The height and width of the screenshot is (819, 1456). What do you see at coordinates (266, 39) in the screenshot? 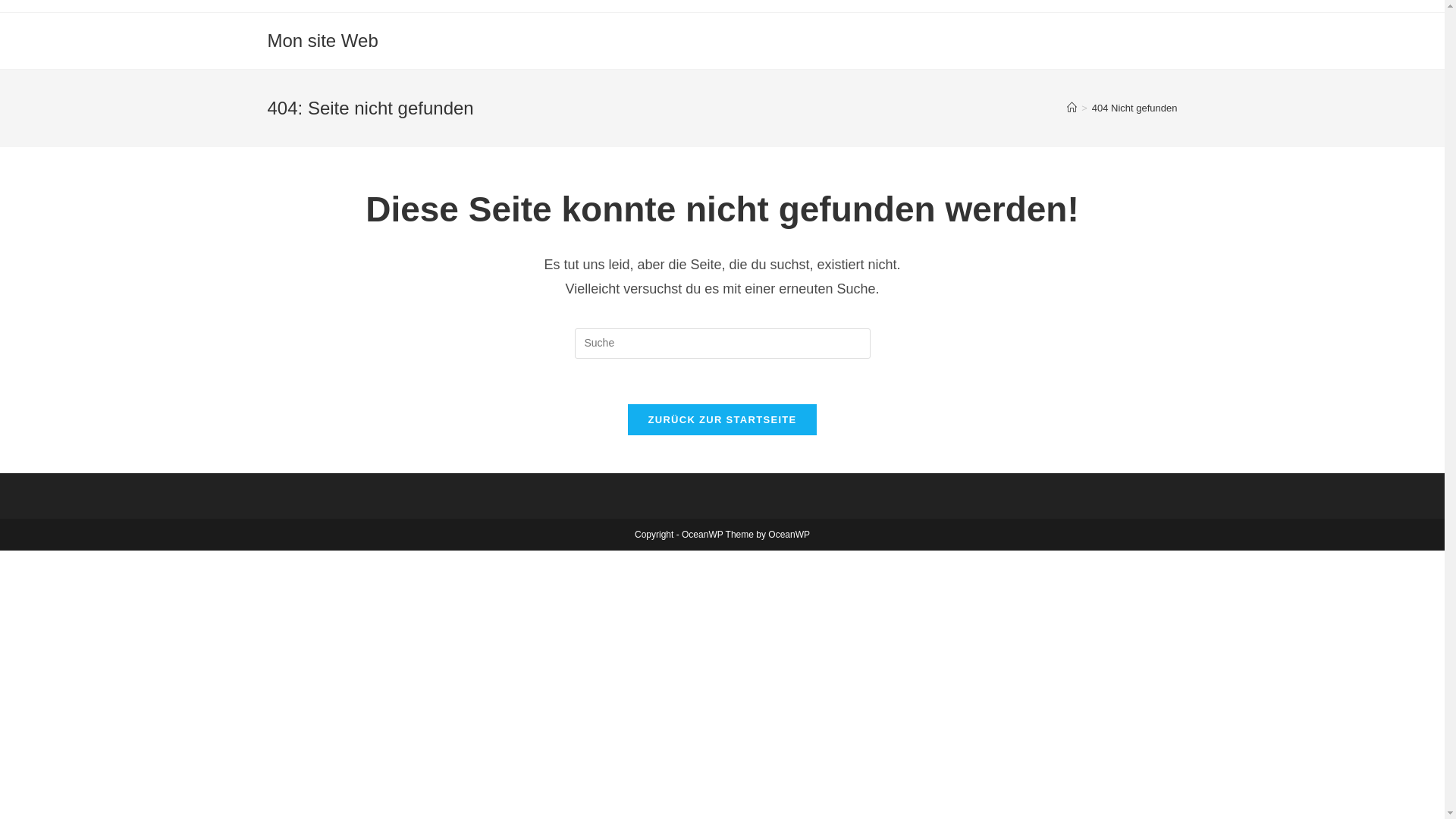
I see `'Mon site Web'` at bounding box center [266, 39].